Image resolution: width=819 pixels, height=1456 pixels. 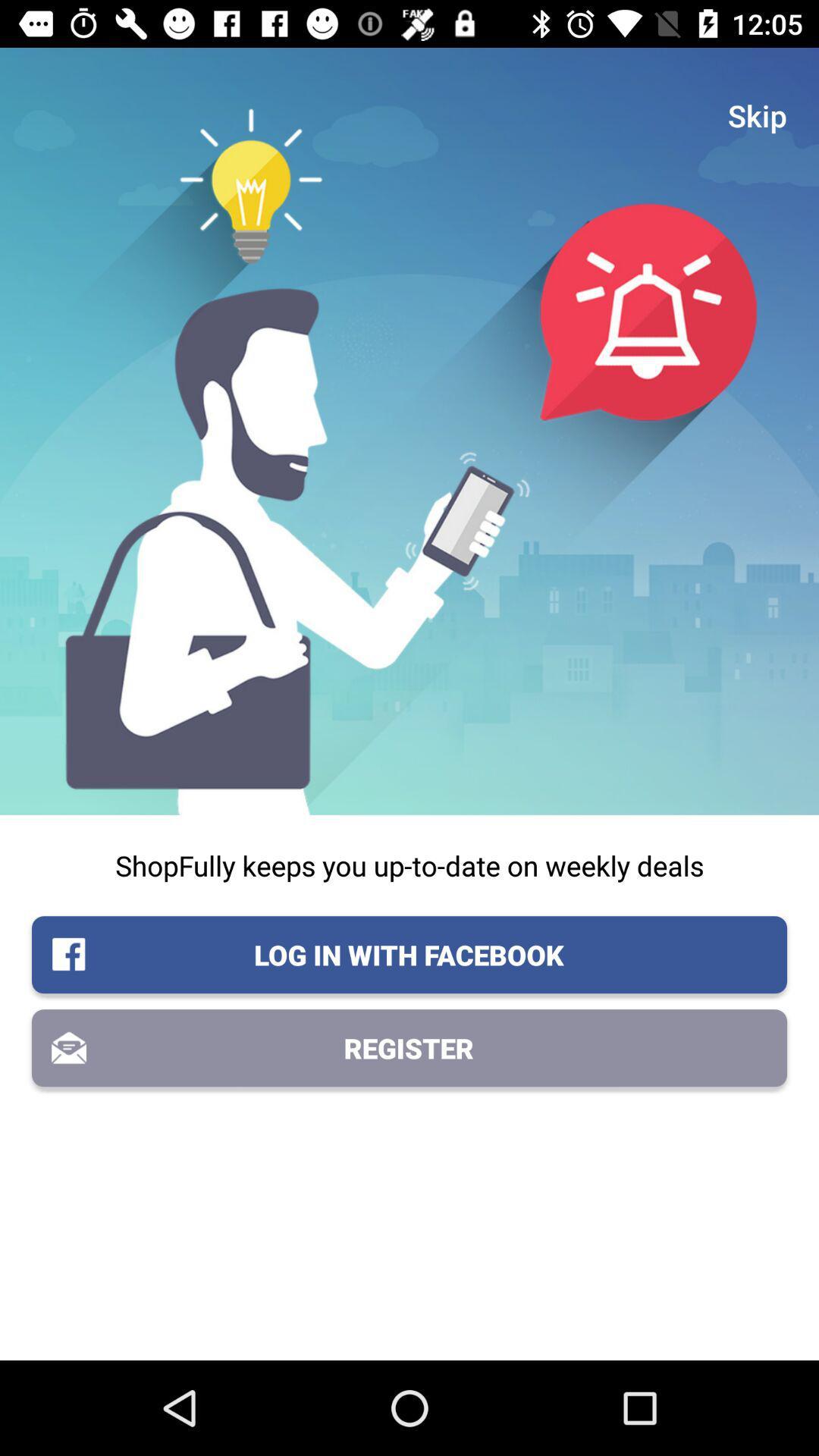 I want to click on the log in with item, so click(x=409, y=954).